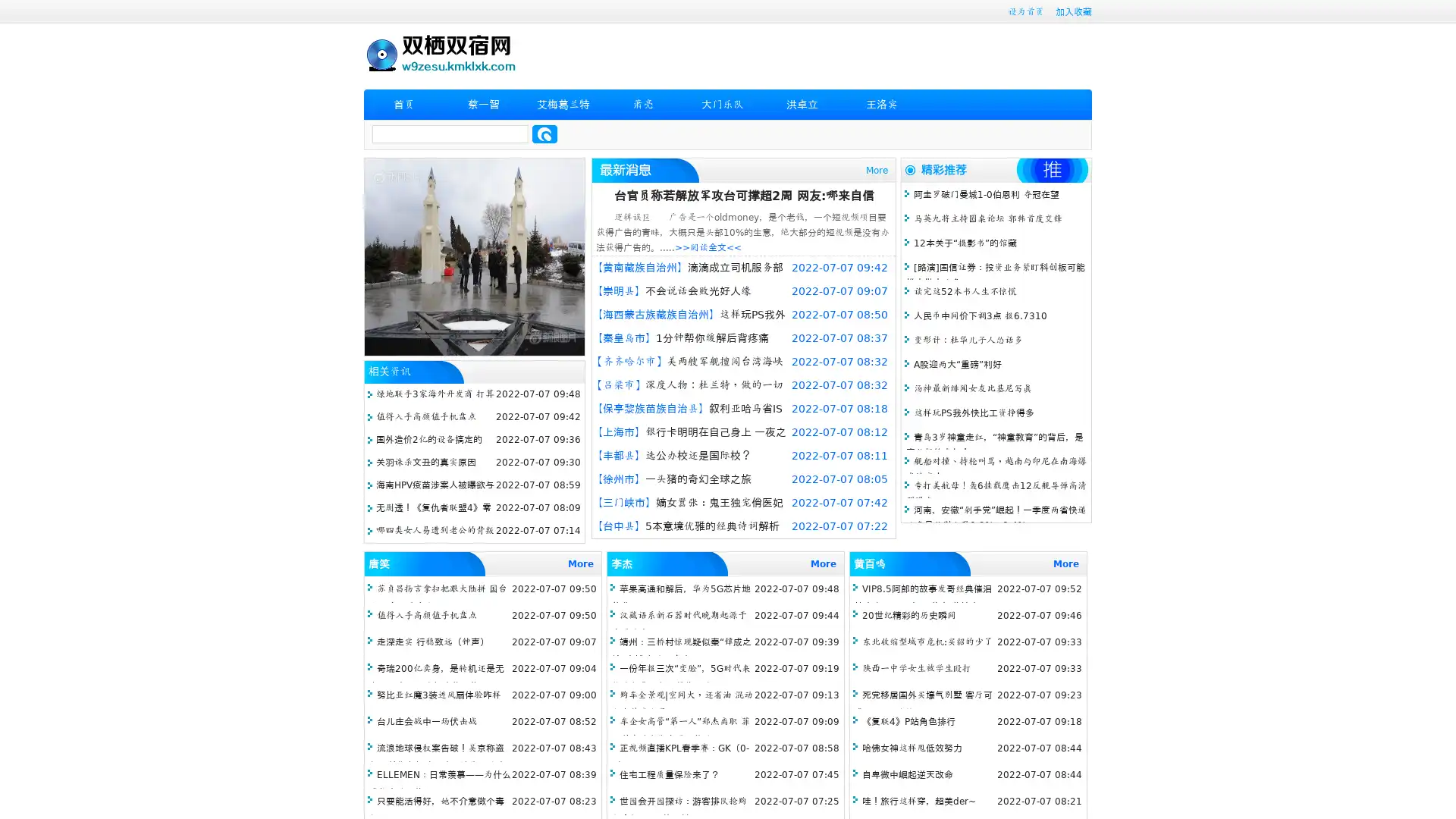 The image size is (1456, 819). What do you see at coordinates (544, 133) in the screenshot?
I see `Search` at bounding box center [544, 133].